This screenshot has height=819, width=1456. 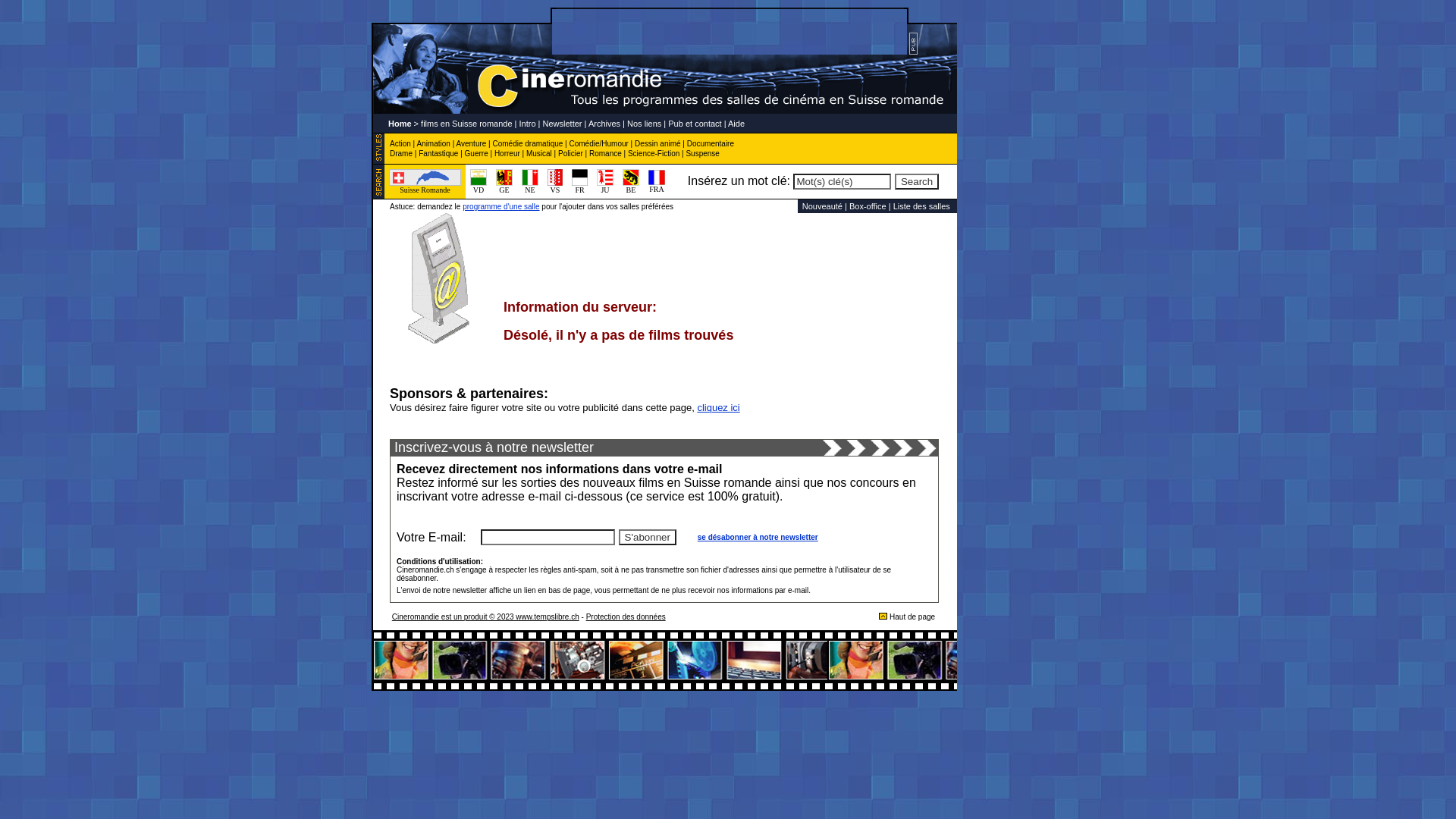 I want to click on 'Search', so click(x=916, y=180).